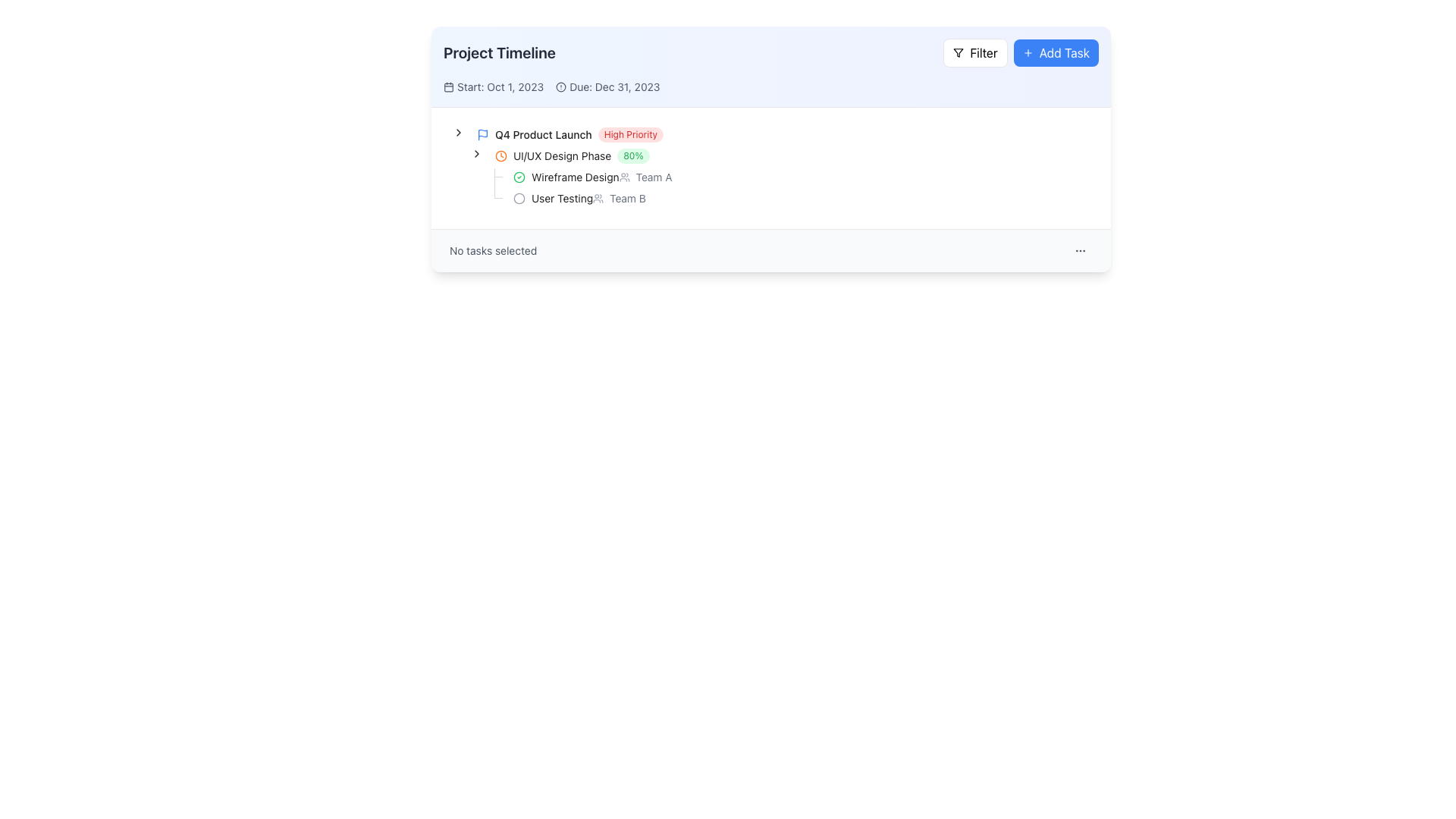  What do you see at coordinates (645, 177) in the screenshot?
I see `the text label reading 'Team A', which is styled with a smaller font size and gray color tone, located to the right of a user icon in the 'Wireframe Design' section under the 'UI/UX Design Phase'` at bounding box center [645, 177].